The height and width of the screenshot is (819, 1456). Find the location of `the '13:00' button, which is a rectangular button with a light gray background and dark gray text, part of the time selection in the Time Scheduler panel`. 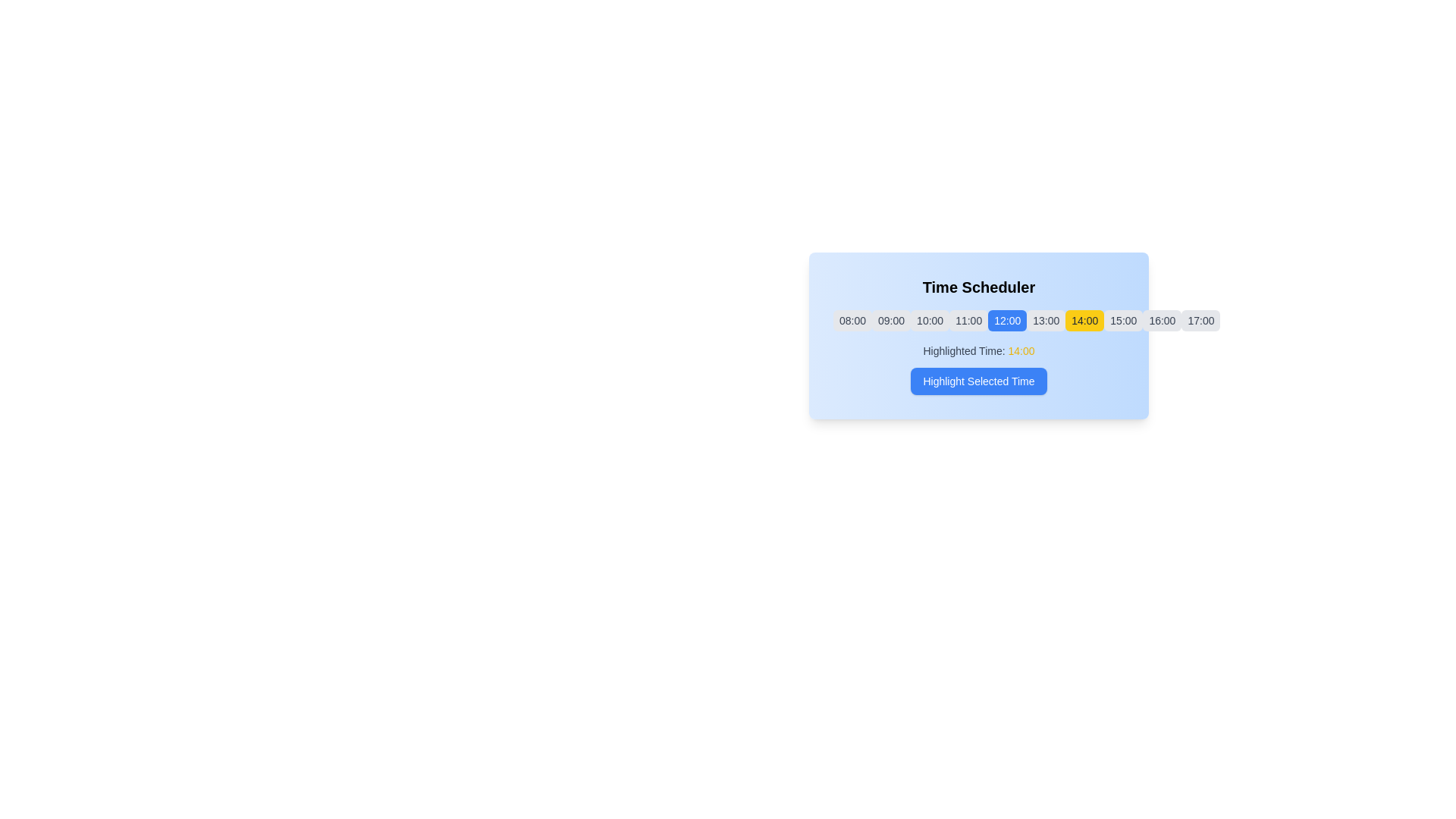

the '13:00' button, which is a rectangular button with a light gray background and dark gray text, part of the time selection in the Time Scheduler panel is located at coordinates (1045, 320).